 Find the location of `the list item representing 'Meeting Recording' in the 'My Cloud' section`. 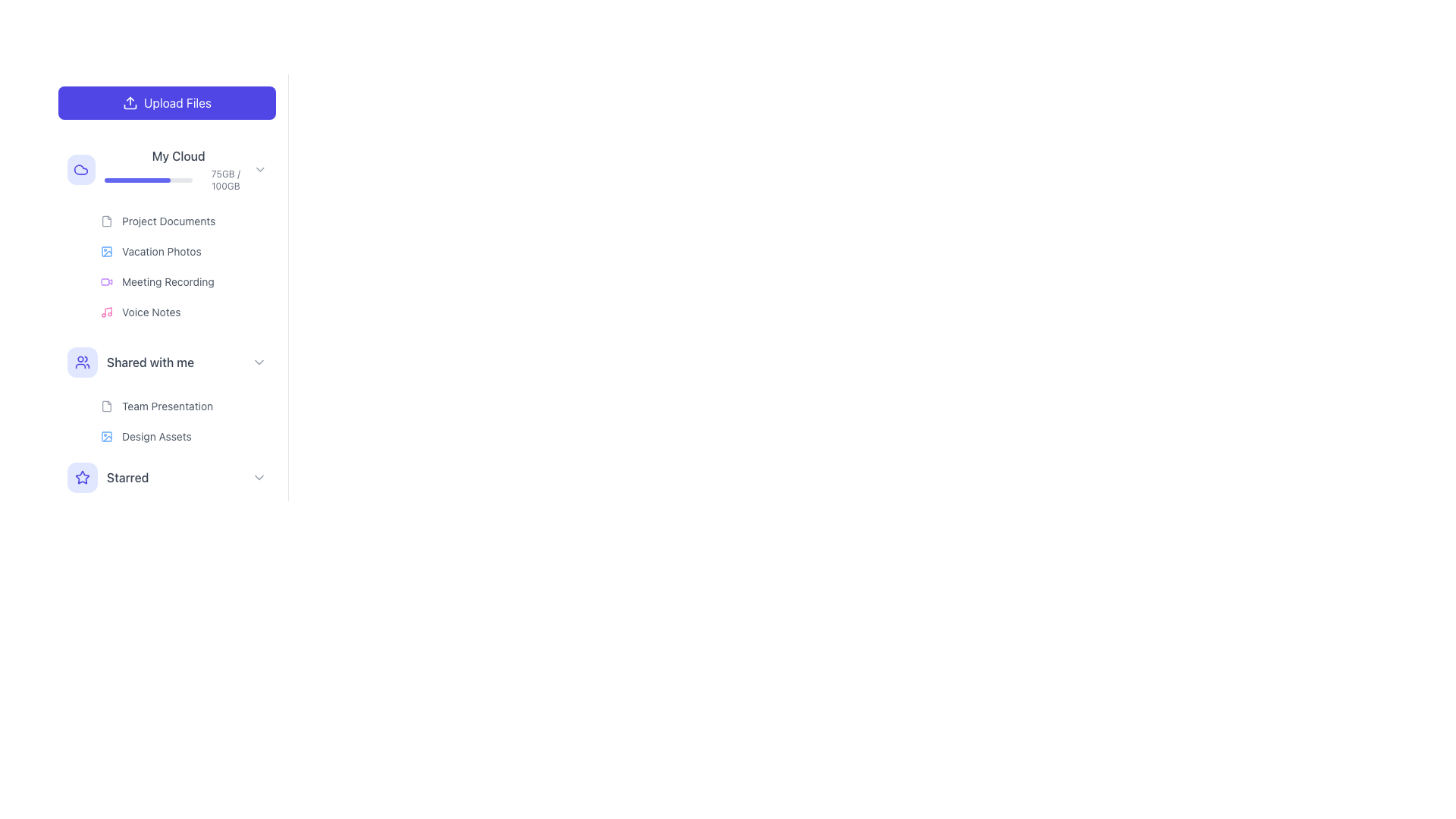

the list item representing 'Meeting Recording' in the 'My Cloud' section is located at coordinates (184, 281).